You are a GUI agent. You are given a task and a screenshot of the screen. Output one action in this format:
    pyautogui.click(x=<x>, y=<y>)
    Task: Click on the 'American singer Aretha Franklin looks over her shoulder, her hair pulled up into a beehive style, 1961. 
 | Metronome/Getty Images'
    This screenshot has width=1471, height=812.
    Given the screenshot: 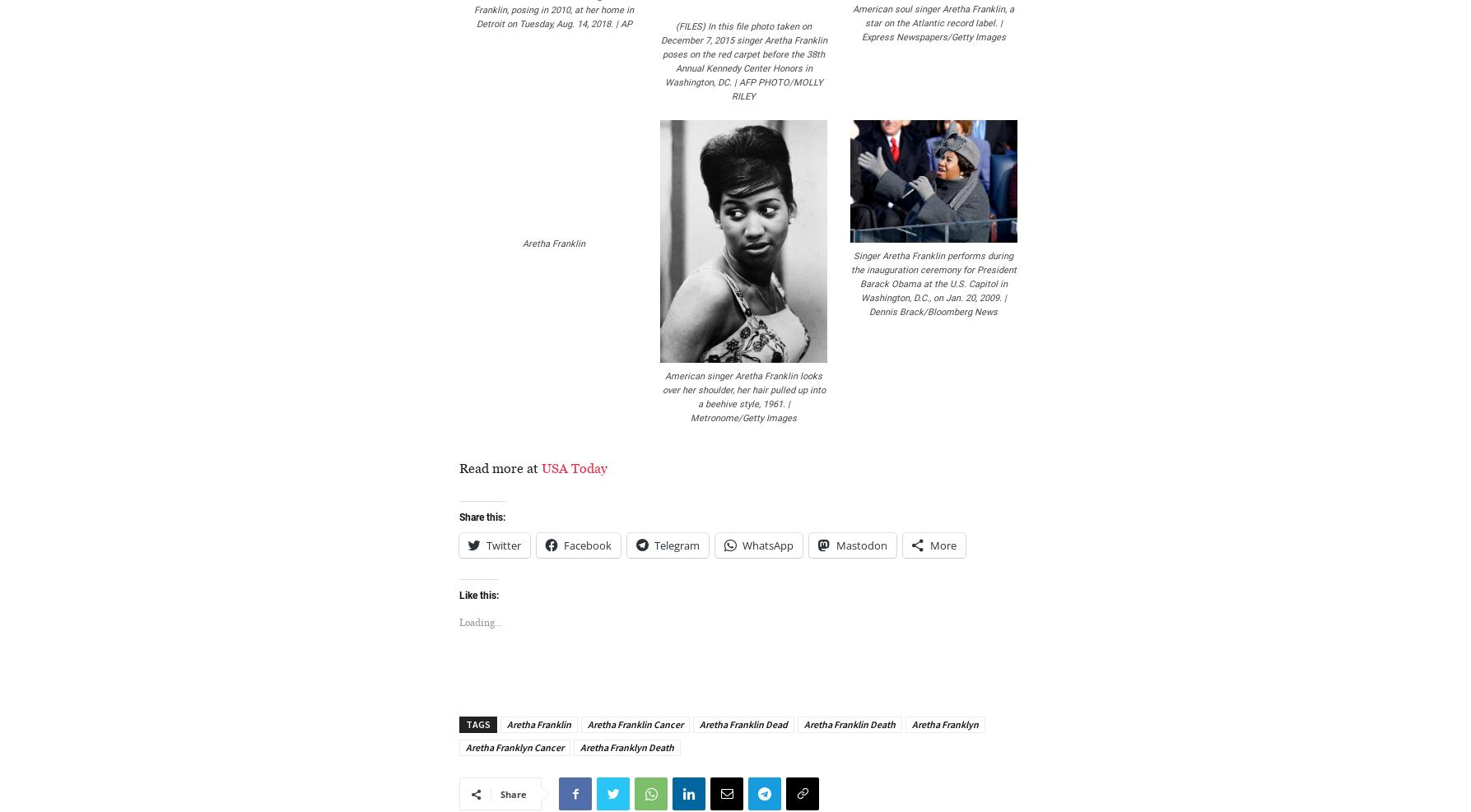 What is the action you would take?
    pyautogui.click(x=661, y=395)
    